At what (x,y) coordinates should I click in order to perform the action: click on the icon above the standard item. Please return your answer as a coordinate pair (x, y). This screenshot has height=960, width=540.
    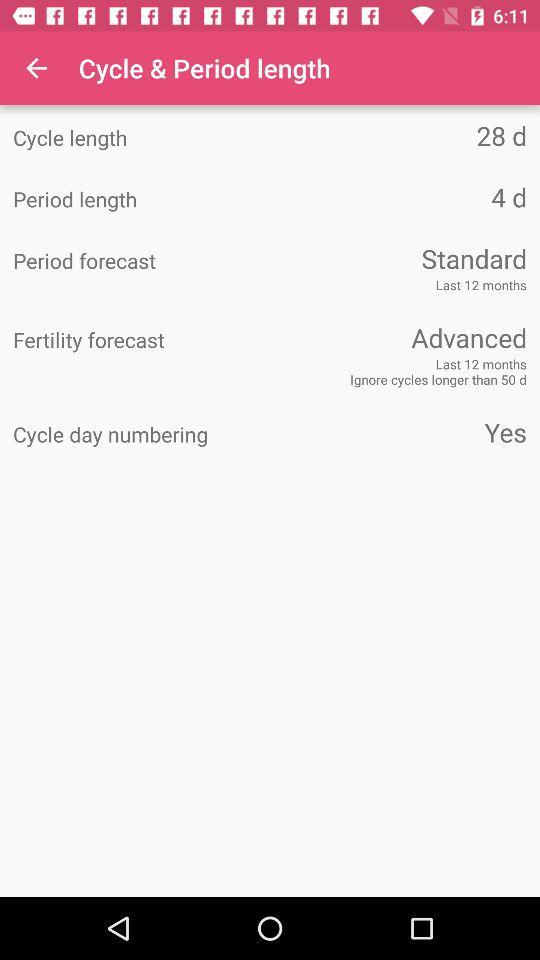
    Looking at the image, I should click on (398, 197).